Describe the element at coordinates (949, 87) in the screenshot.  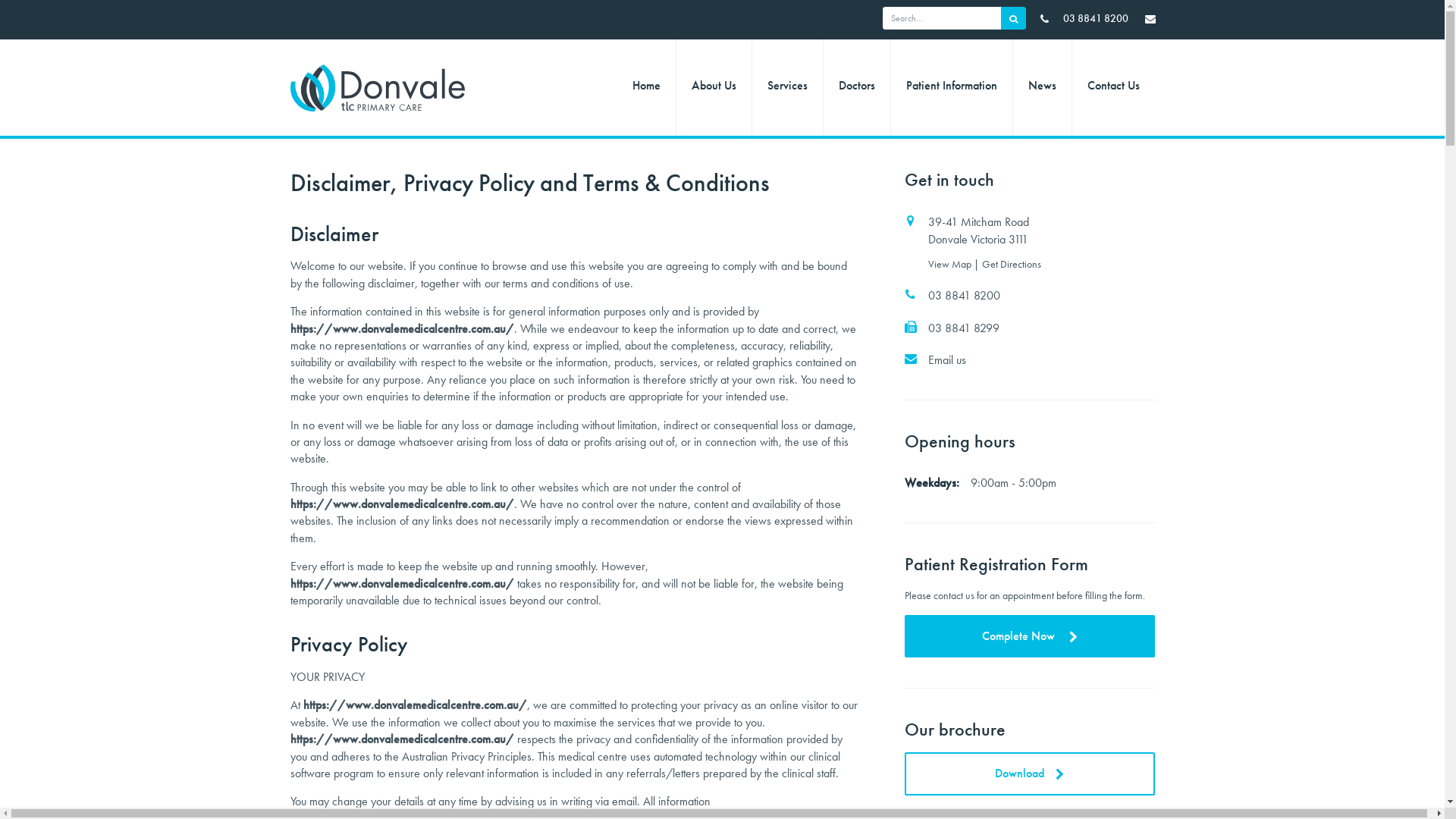
I see `'Patient Information'` at that location.